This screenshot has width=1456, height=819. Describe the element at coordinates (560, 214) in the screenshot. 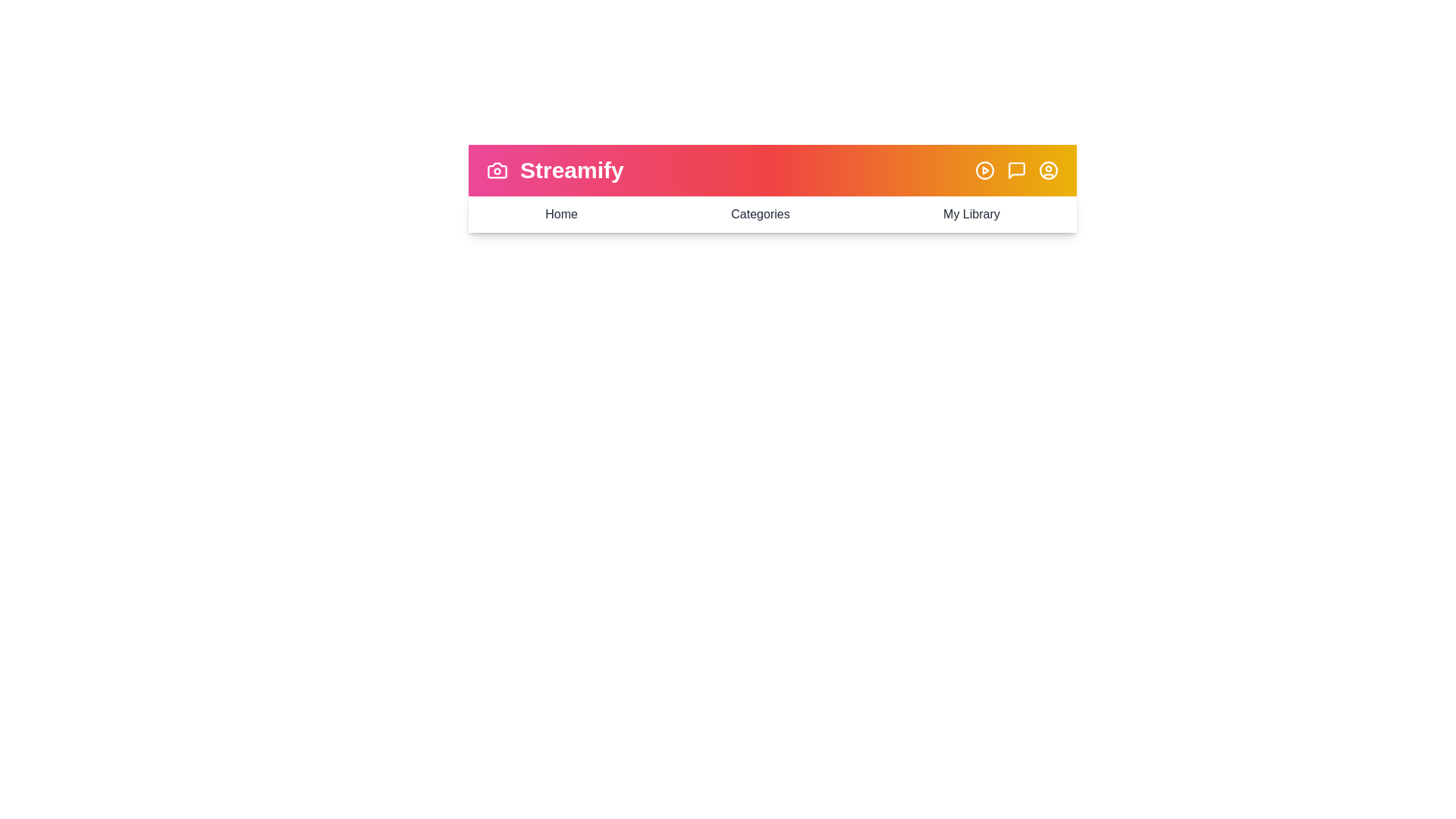

I see `the menu item labeled 'Home'` at that location.